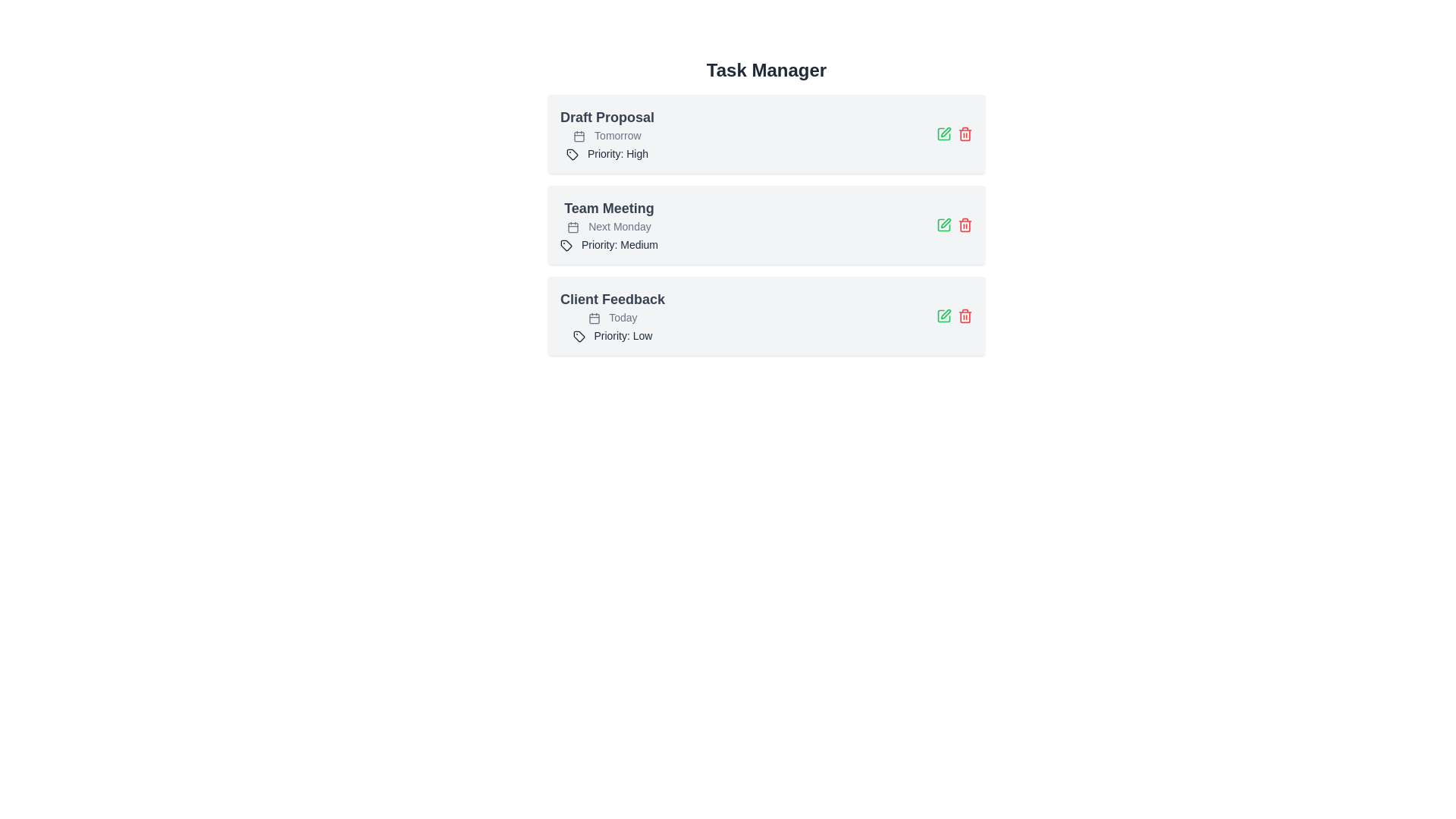 The image size is (1456, 819). I want to click on 'Priority: High' label within the 'Draft Proposal' task card, which is the third item located below the 'Tomorrow' date label, so click(607, 154).